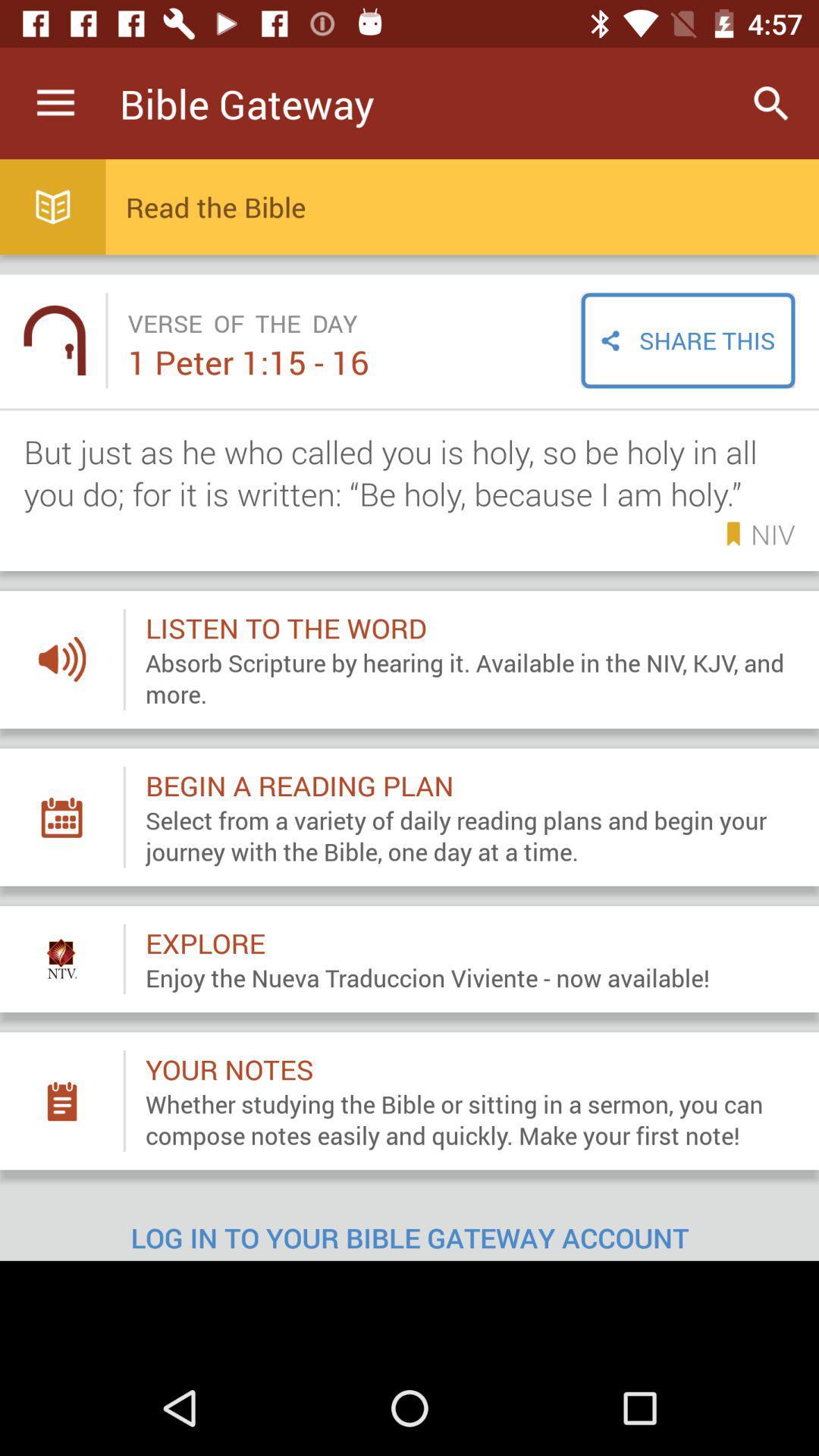  What do you see at coordinates (688, 340) in the screenshot?
I see `the share this item` at bounding box center [688, 340].